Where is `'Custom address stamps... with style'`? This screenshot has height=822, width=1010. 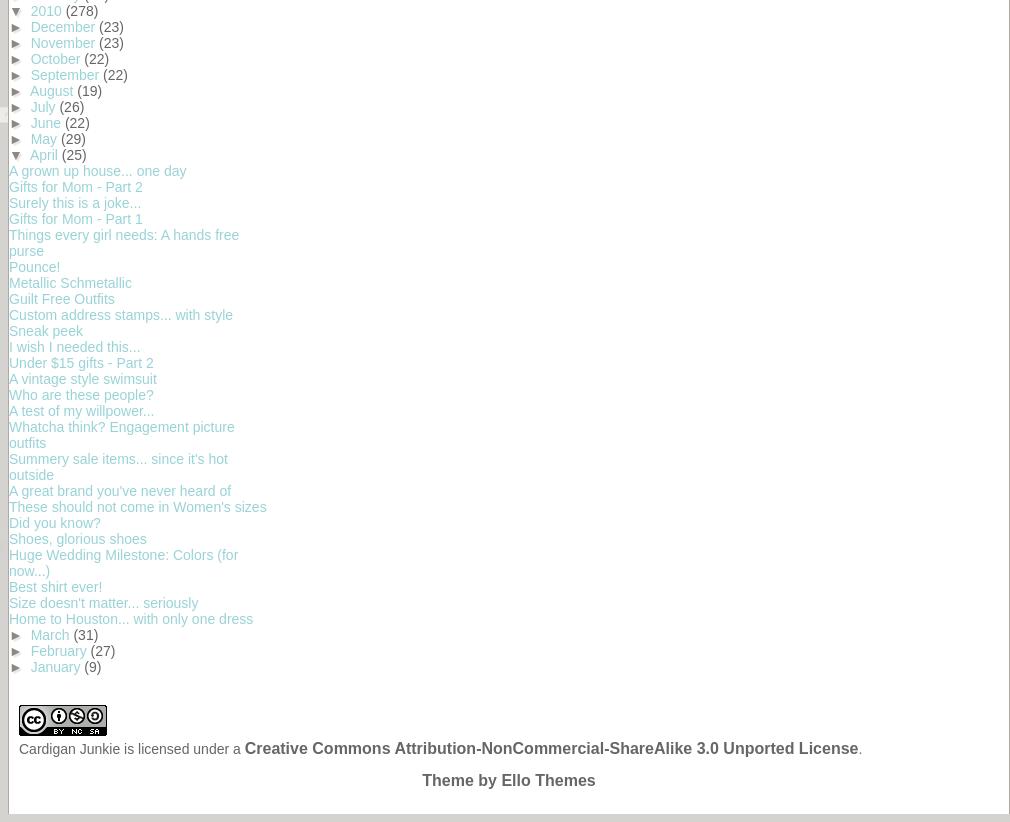 'Custom address stamps... with style' is located at coordinates (119, 314).